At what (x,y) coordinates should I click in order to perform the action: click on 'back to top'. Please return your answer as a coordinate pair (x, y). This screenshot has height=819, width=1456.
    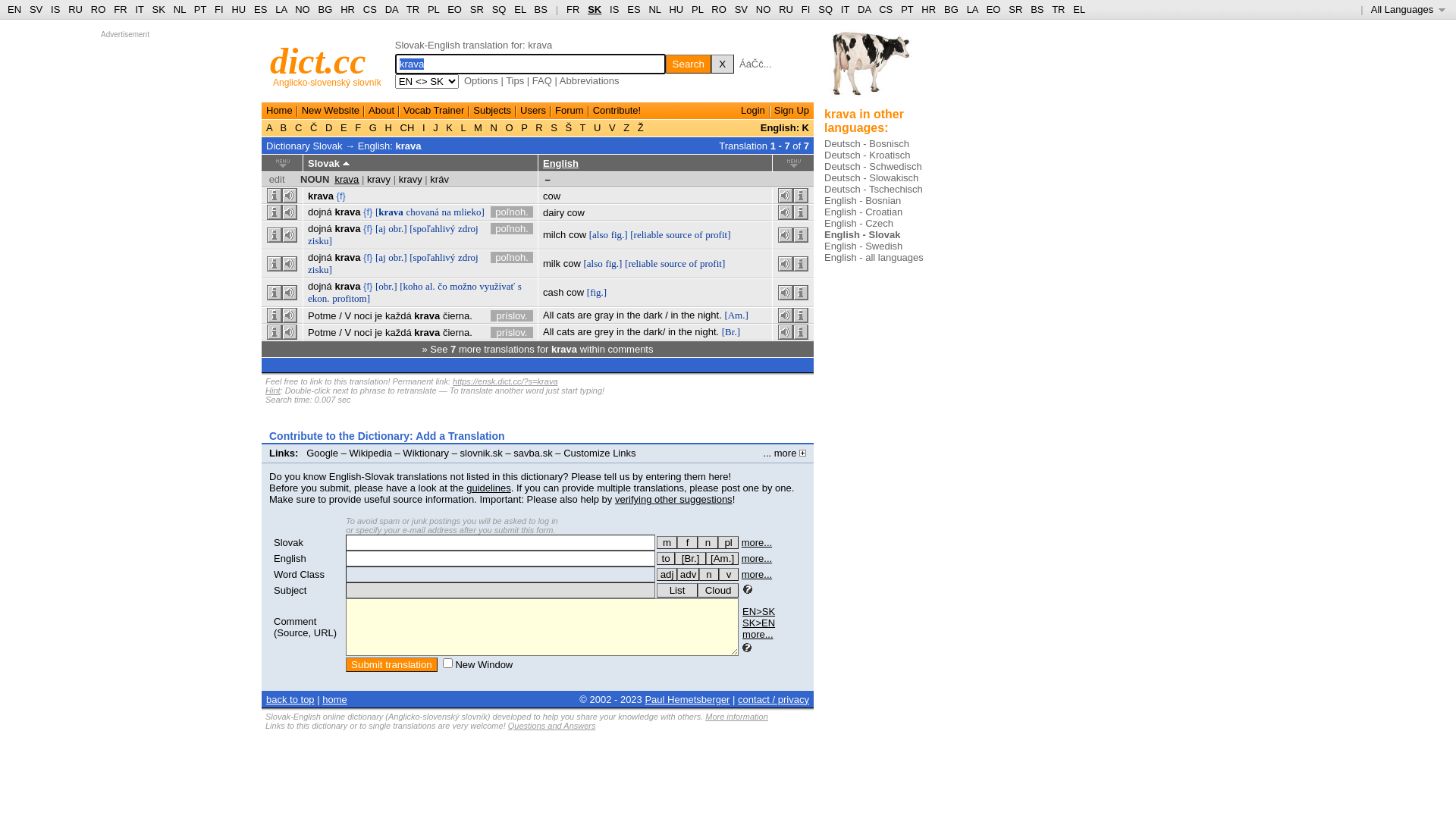
    Looking at the image, I should click on (290, 699).